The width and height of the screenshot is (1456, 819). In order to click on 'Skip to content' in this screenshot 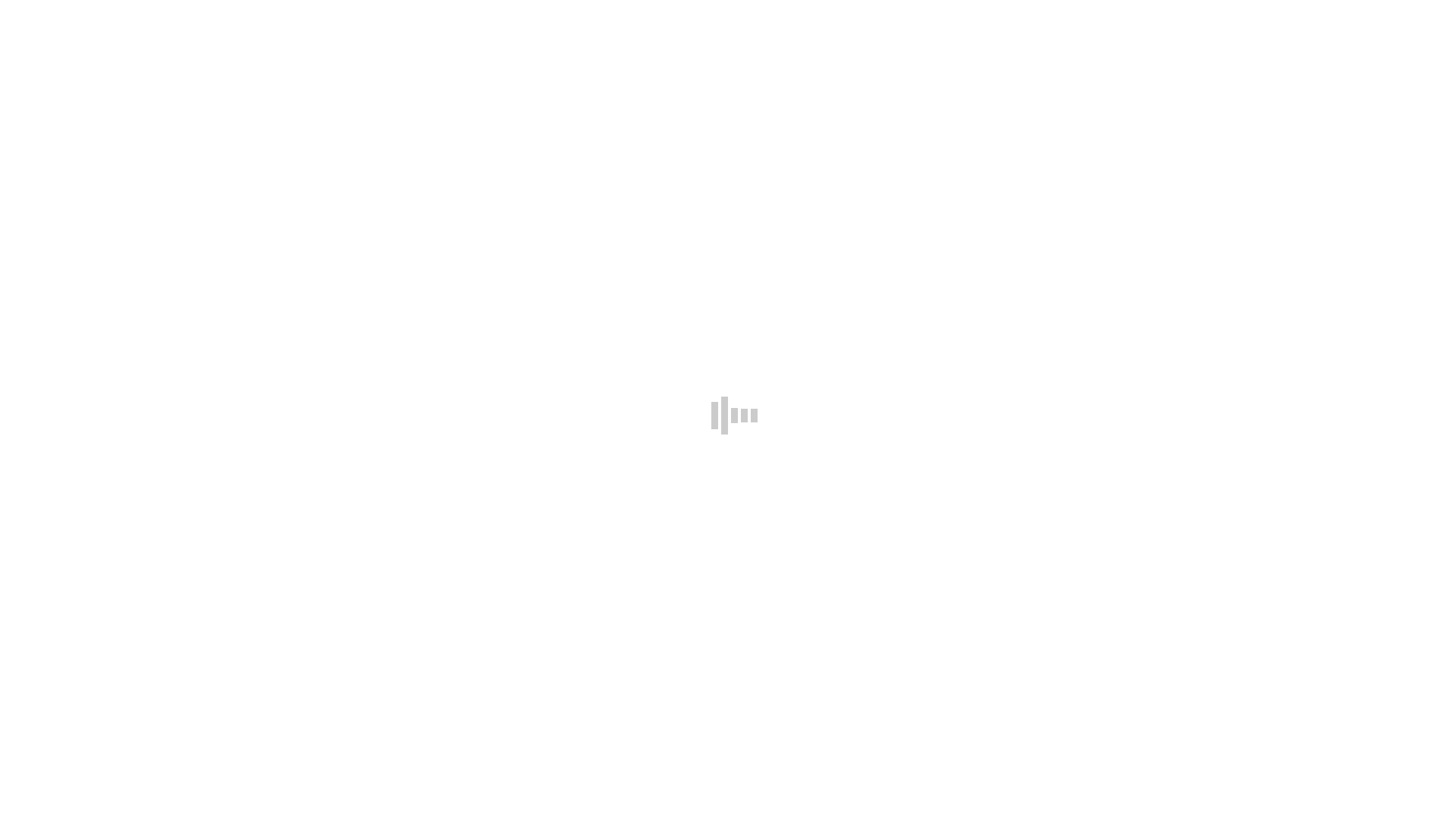, I will do `click(6, 12)`.